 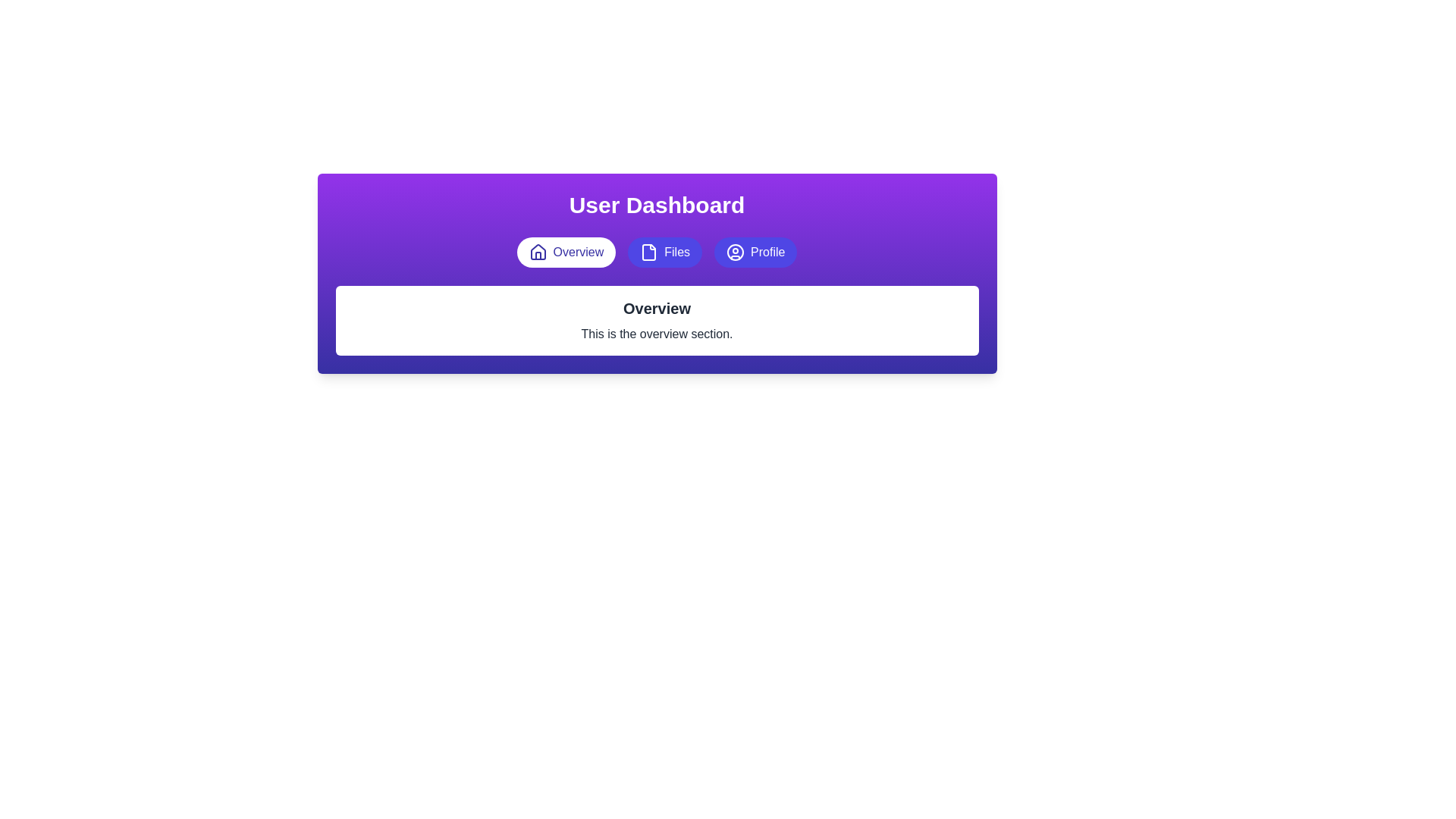 What do you see at coordinates (665, 251) in the screenshot?
I see `the 'Files' button located at the center of the button group on the User Dashboard to observe a visual state change` at bounding box center [665, 251].